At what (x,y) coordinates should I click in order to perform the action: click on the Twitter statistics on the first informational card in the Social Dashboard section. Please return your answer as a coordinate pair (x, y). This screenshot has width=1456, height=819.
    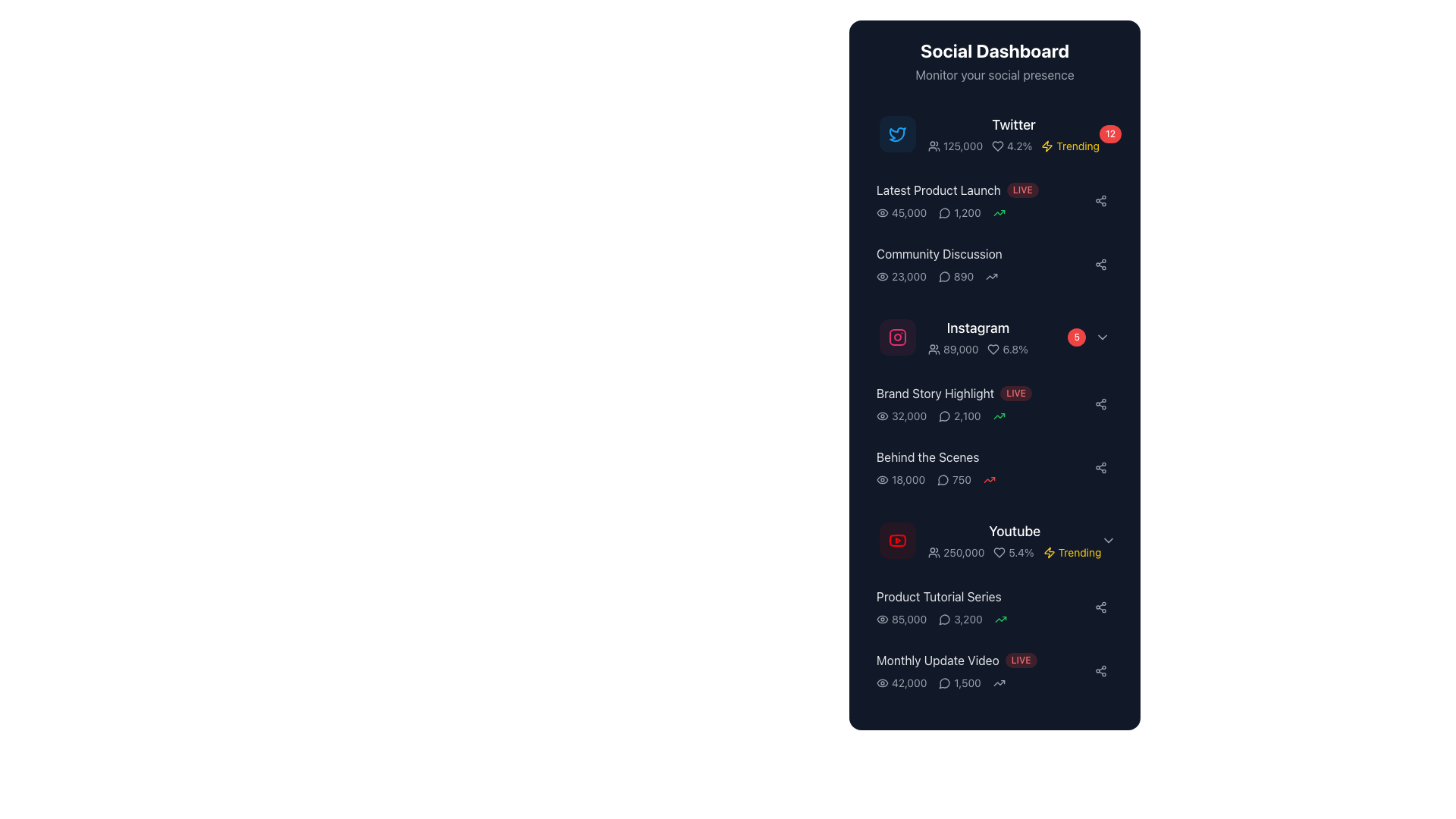
    Looking at the image, I should click on (994, 133).